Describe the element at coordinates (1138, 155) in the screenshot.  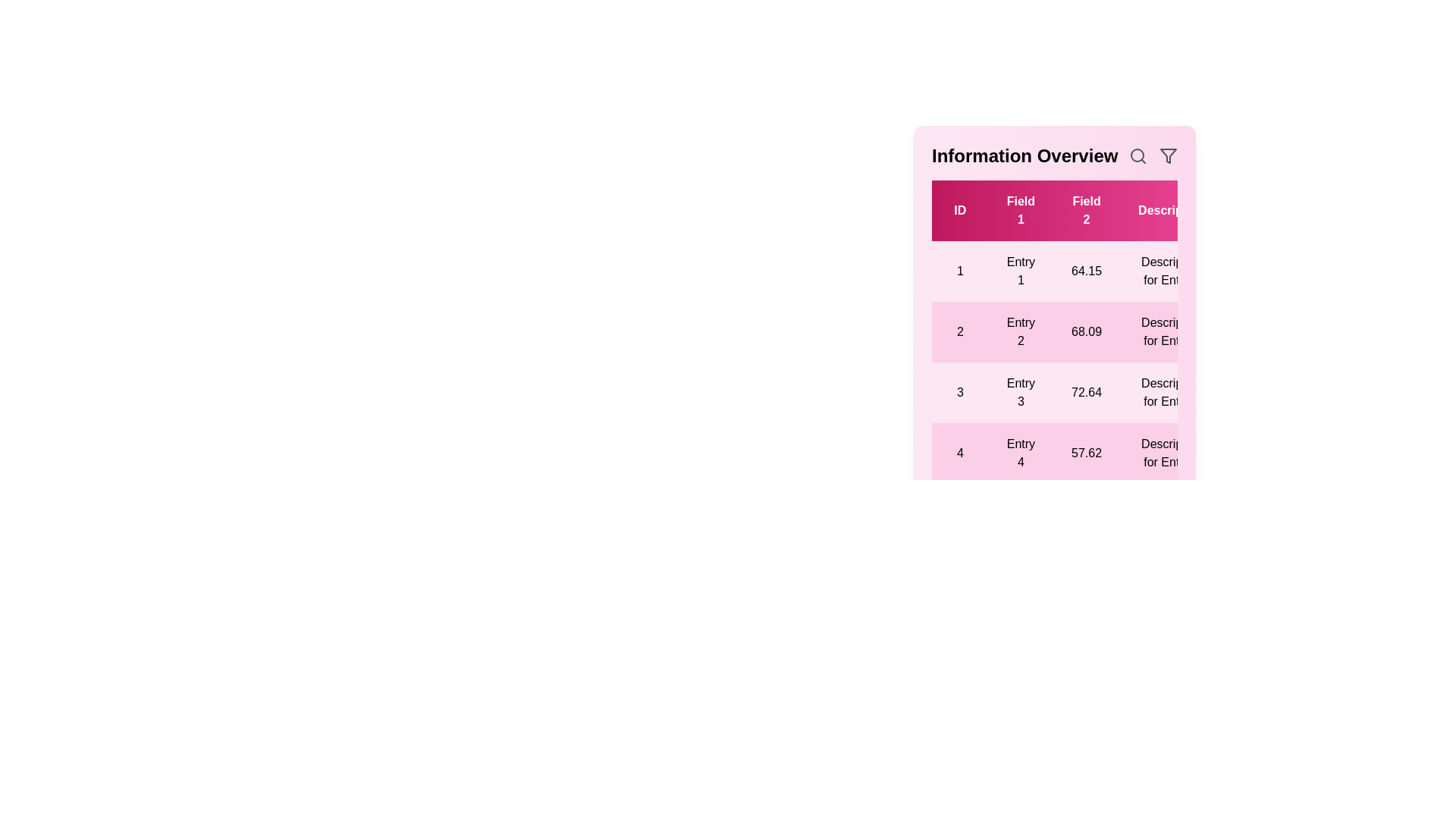
I see `the search icon to initiate a search action` at that location.